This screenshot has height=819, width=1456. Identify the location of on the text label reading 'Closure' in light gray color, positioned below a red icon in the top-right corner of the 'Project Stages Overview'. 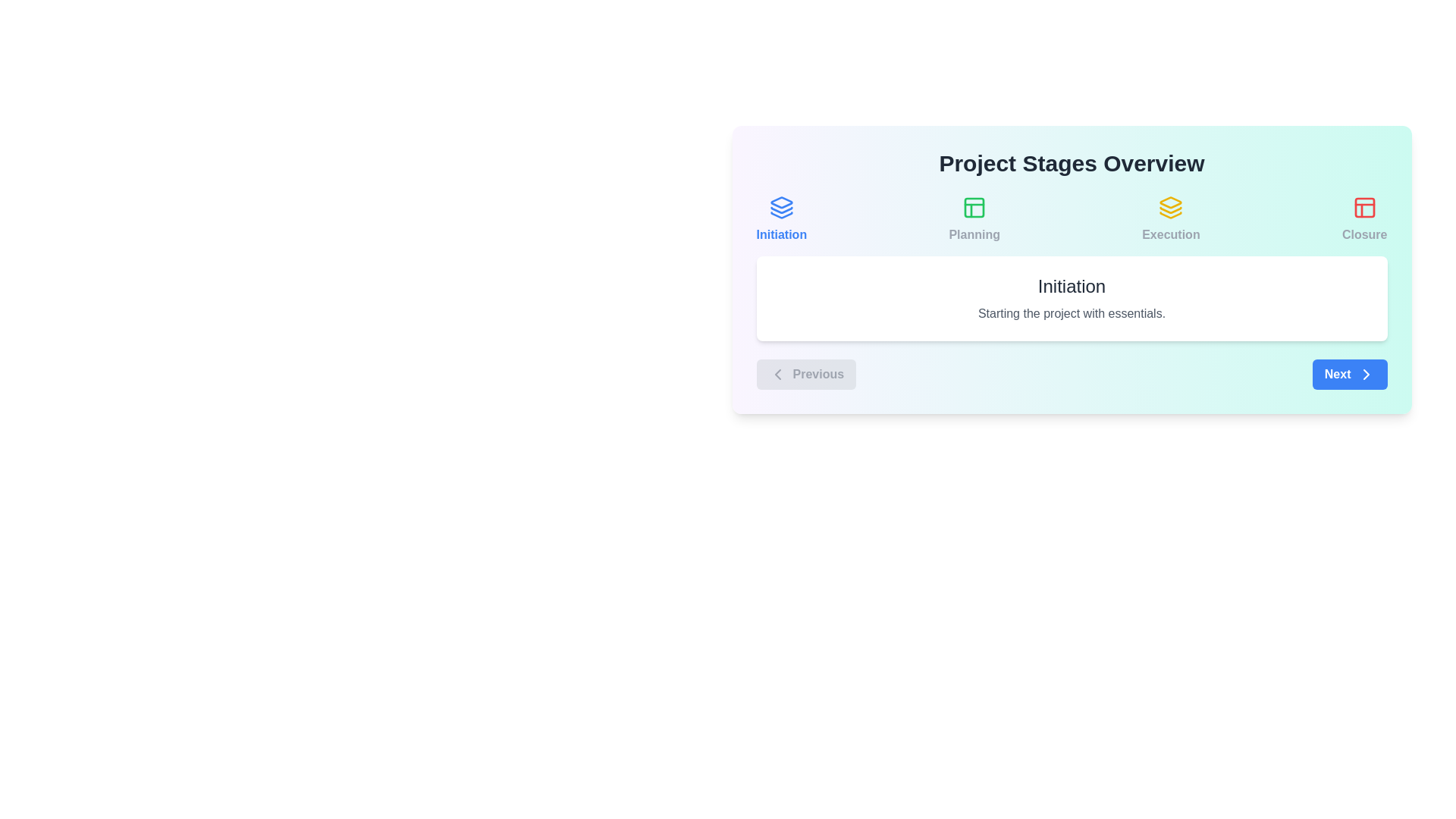
(1364, 234).